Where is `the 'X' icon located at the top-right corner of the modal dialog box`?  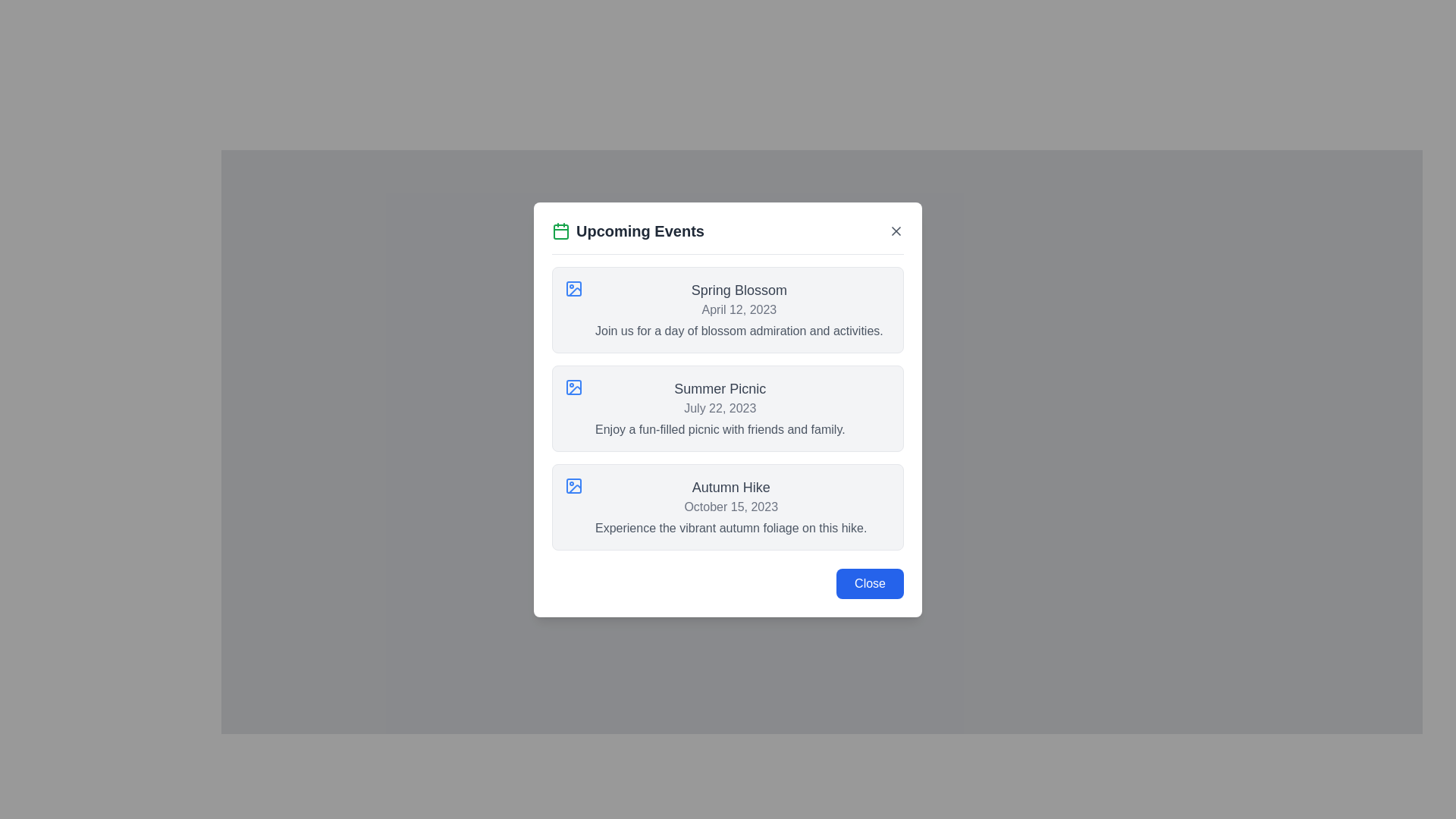 the 'X' icon located at the top-right corner of the modal dialog box is located at coordinates (896, 231).